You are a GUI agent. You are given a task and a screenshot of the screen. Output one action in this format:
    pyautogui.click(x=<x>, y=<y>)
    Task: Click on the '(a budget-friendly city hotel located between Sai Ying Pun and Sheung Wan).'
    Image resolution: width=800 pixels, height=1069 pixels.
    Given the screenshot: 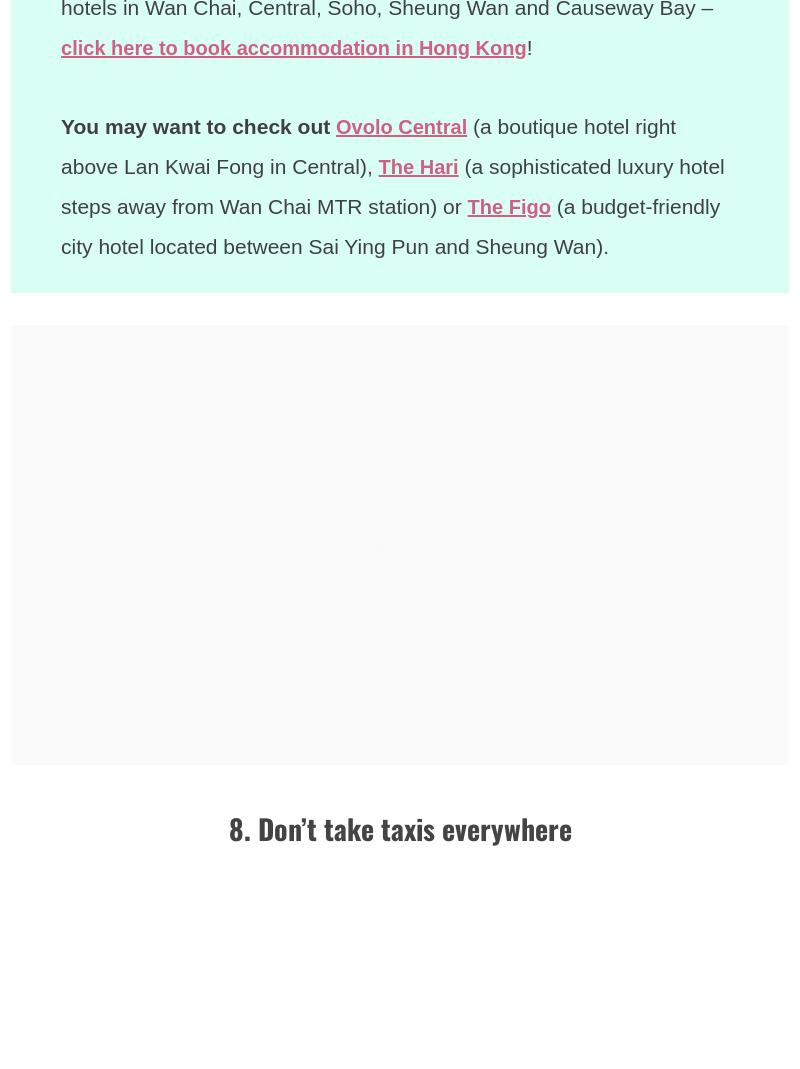 What is the action you would take?
    pyautogui.click(x=391, y=225)
    